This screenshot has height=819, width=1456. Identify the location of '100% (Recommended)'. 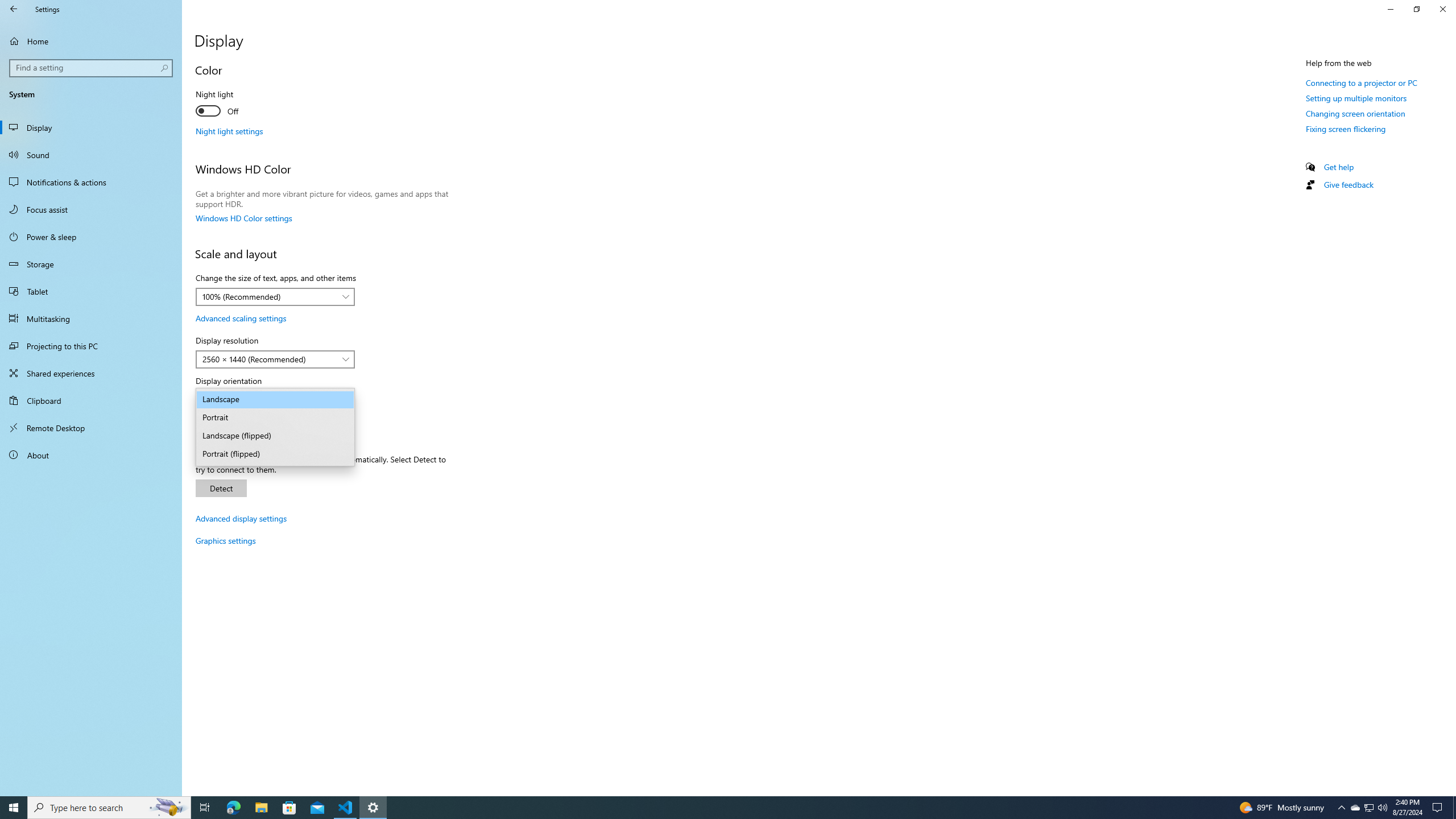
(268, 296).